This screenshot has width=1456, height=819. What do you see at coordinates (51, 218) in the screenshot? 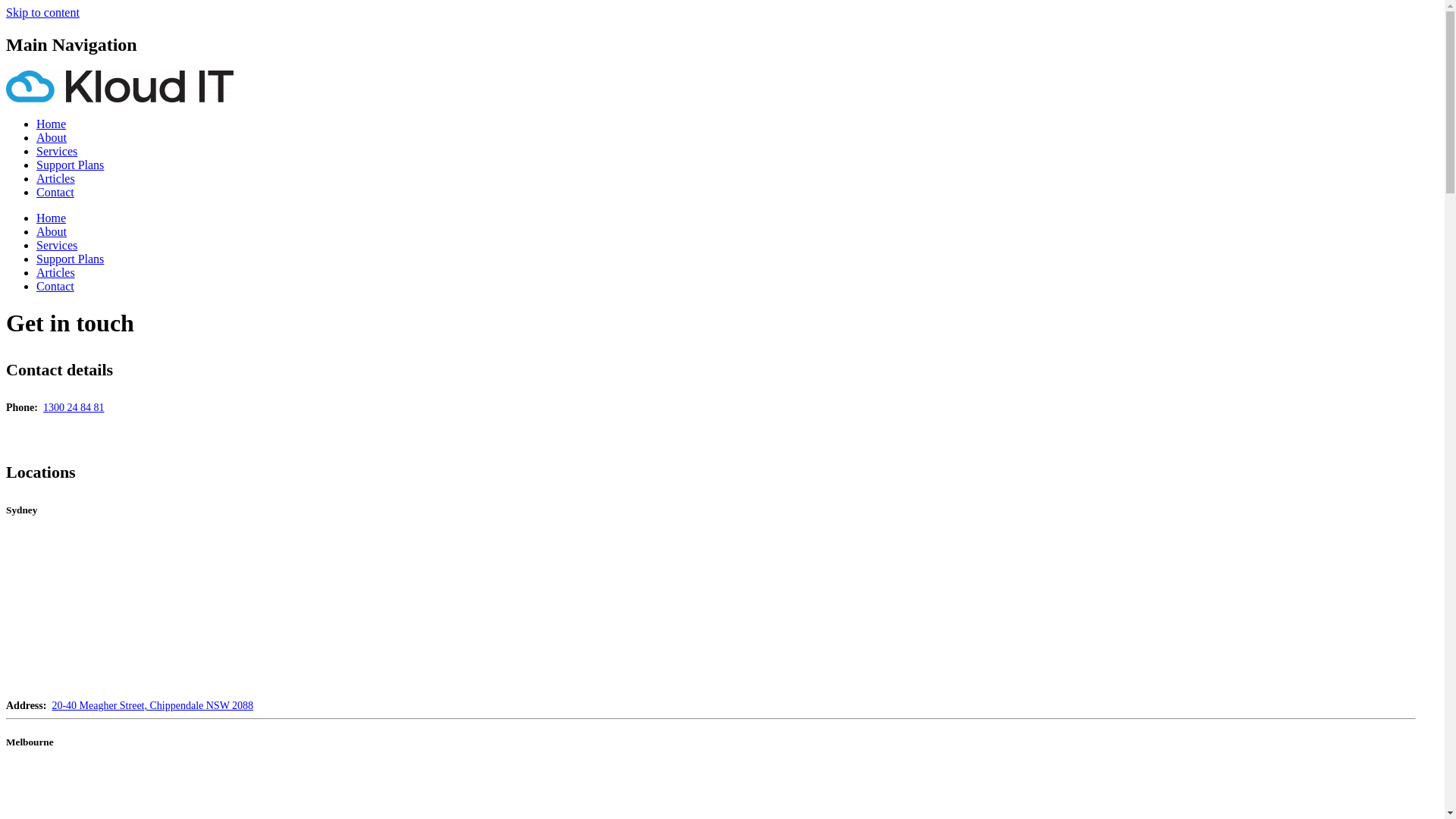
I see `'Home'` at bounding box center [51, 218].